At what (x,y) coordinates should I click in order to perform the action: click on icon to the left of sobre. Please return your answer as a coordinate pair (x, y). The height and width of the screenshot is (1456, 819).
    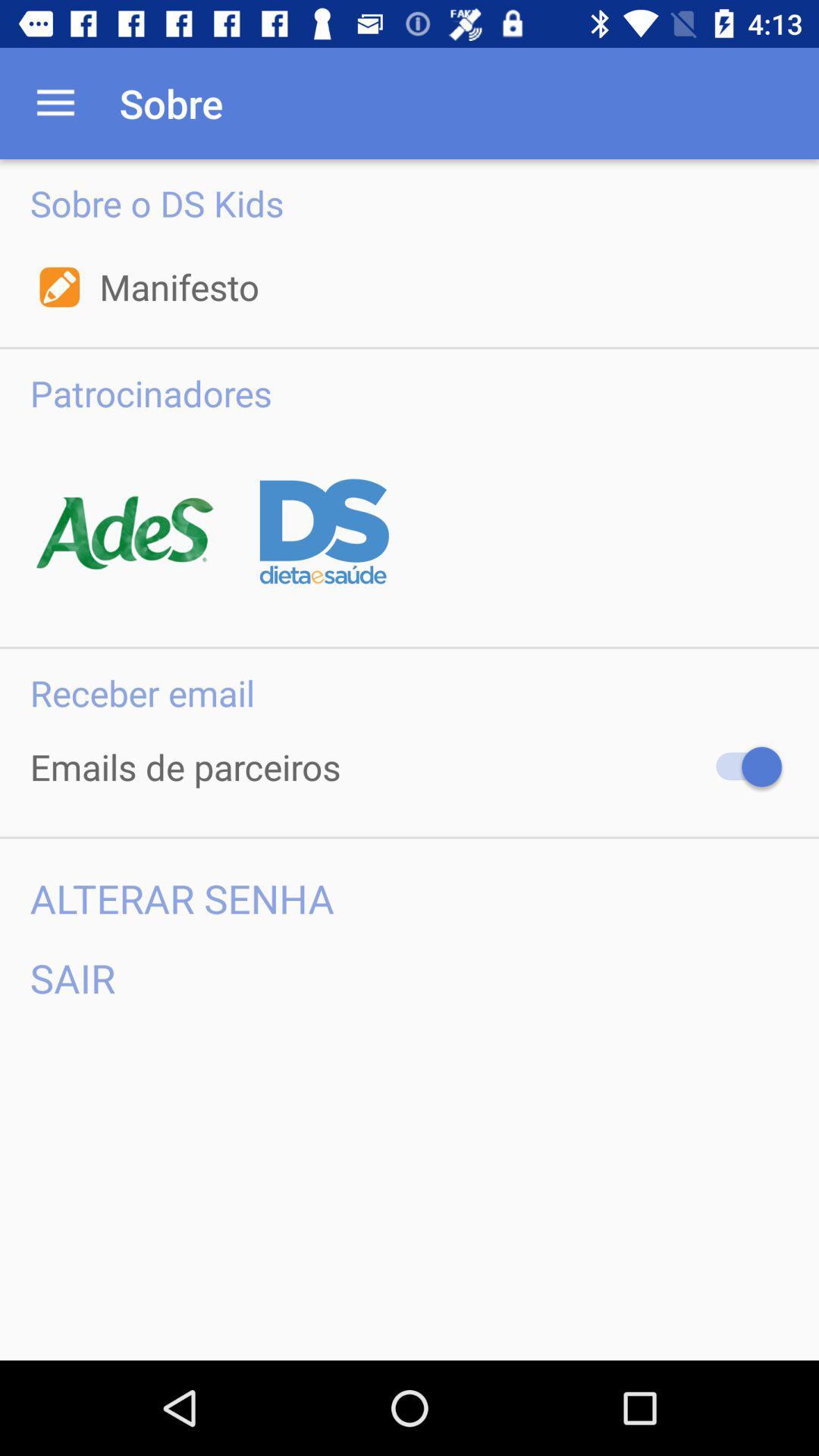
    Looking at the image, I should click on (55, 102).